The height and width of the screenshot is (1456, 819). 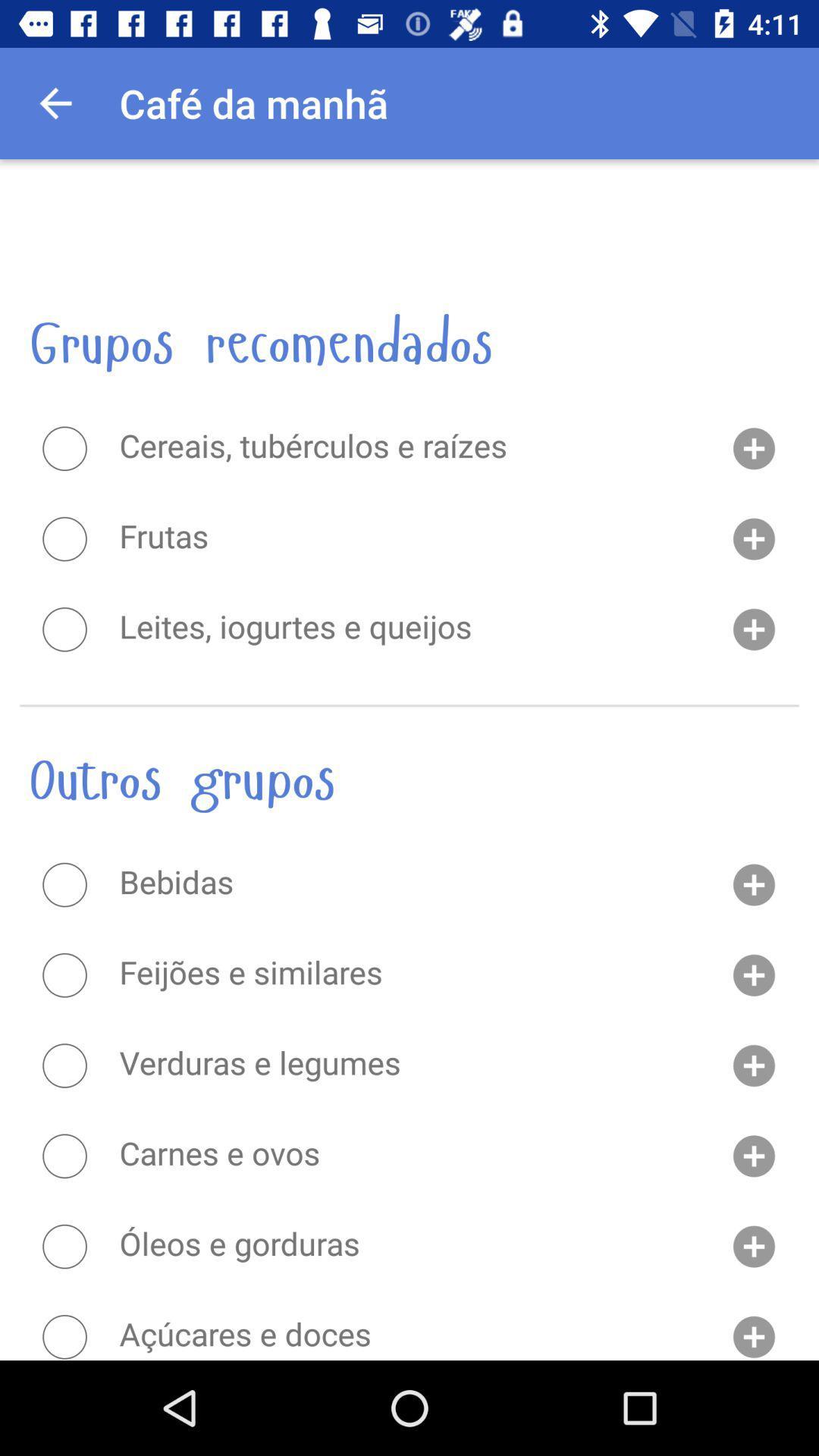 I want to click on item, so click(x=64, y=1155).